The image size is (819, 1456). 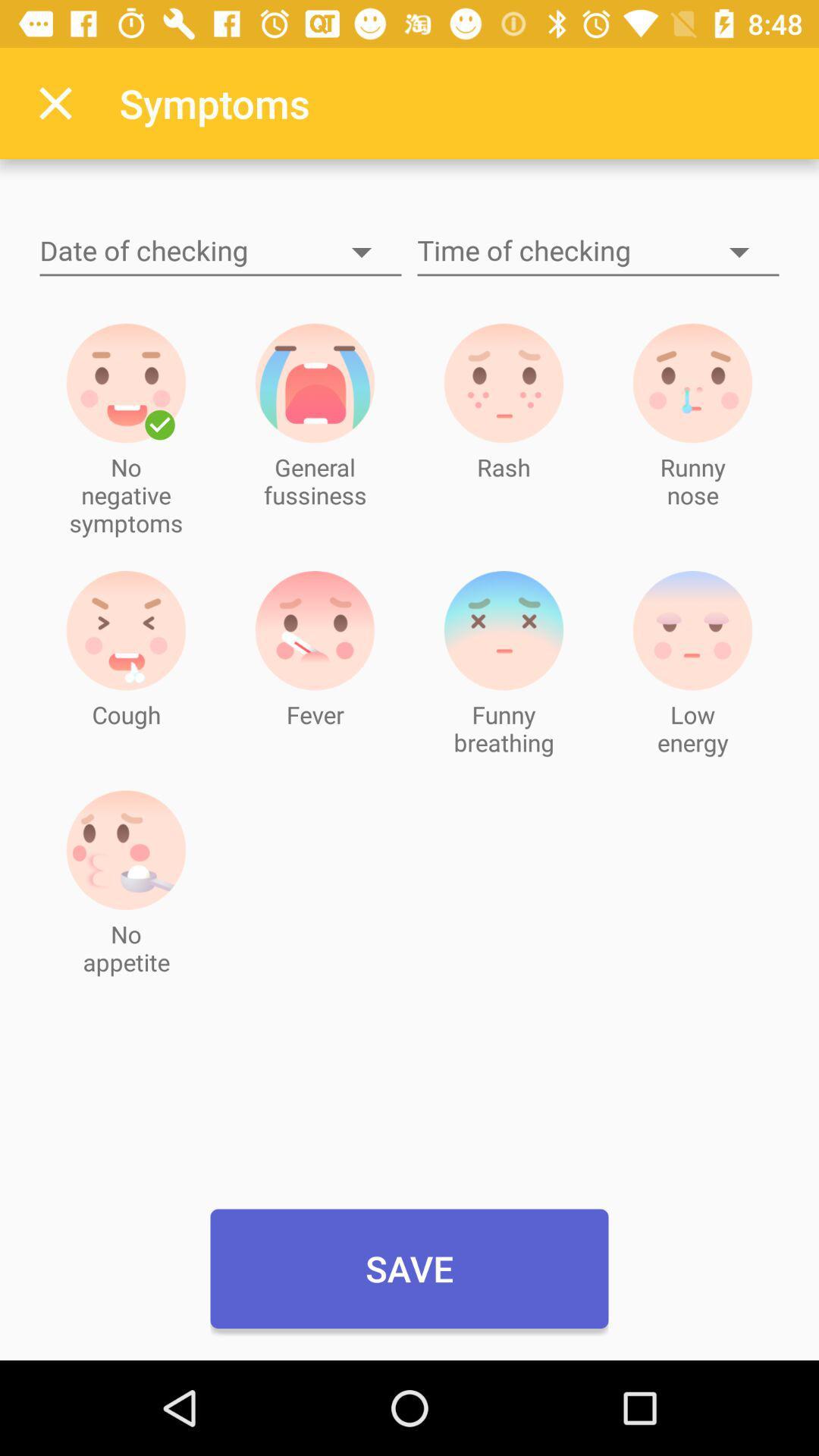 What do you see at coordinates (598, 252) in the screenshot?
I see `time checking toggle` at bounding box center [598, 252].